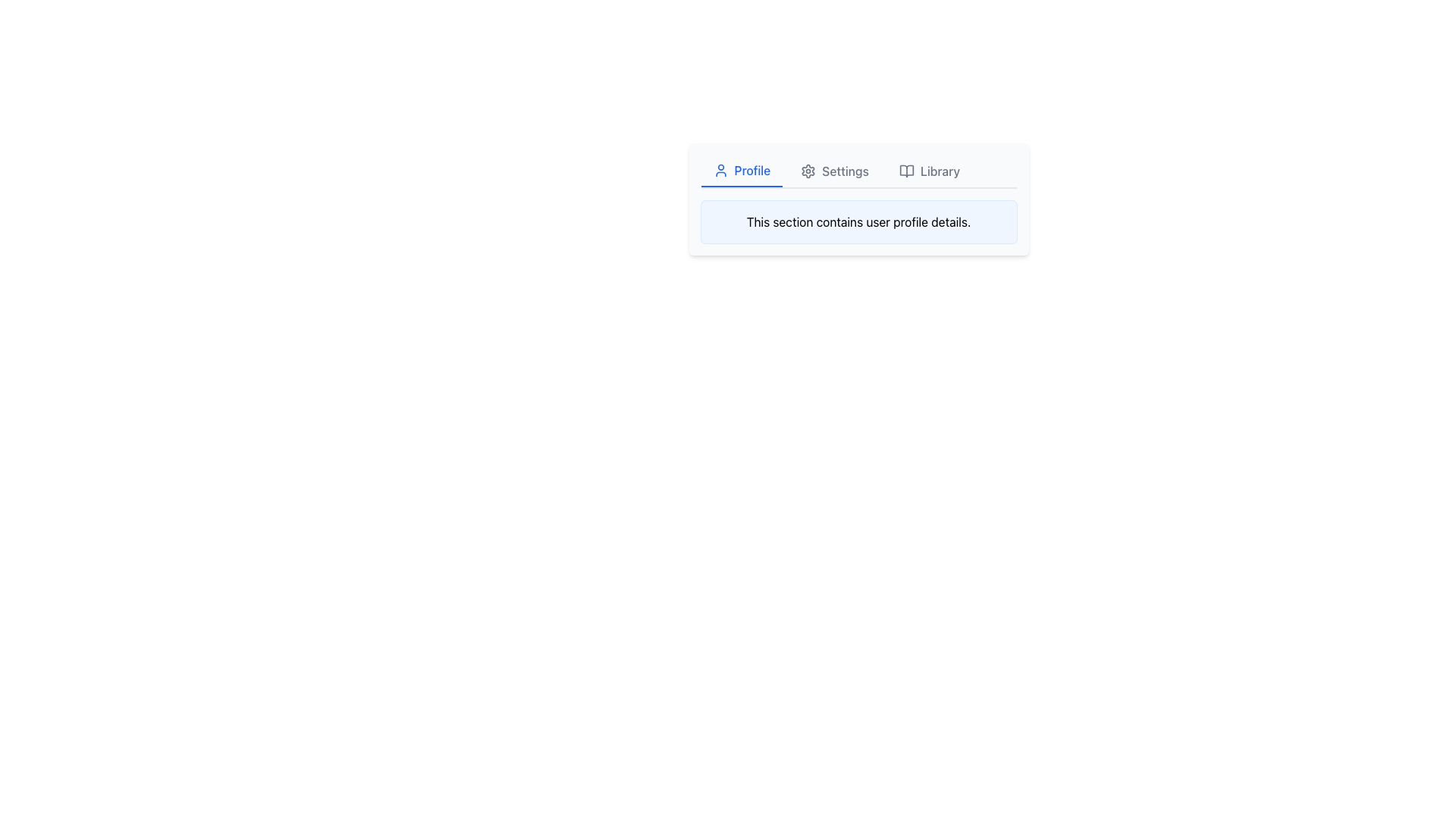 This screenshot has height=819, width=1456. Describe the element at coordinates (845, 171) in the screenshot. I see `displayed text from the 'Settings' text label located in the navigation bar following the gear icon` at that location.